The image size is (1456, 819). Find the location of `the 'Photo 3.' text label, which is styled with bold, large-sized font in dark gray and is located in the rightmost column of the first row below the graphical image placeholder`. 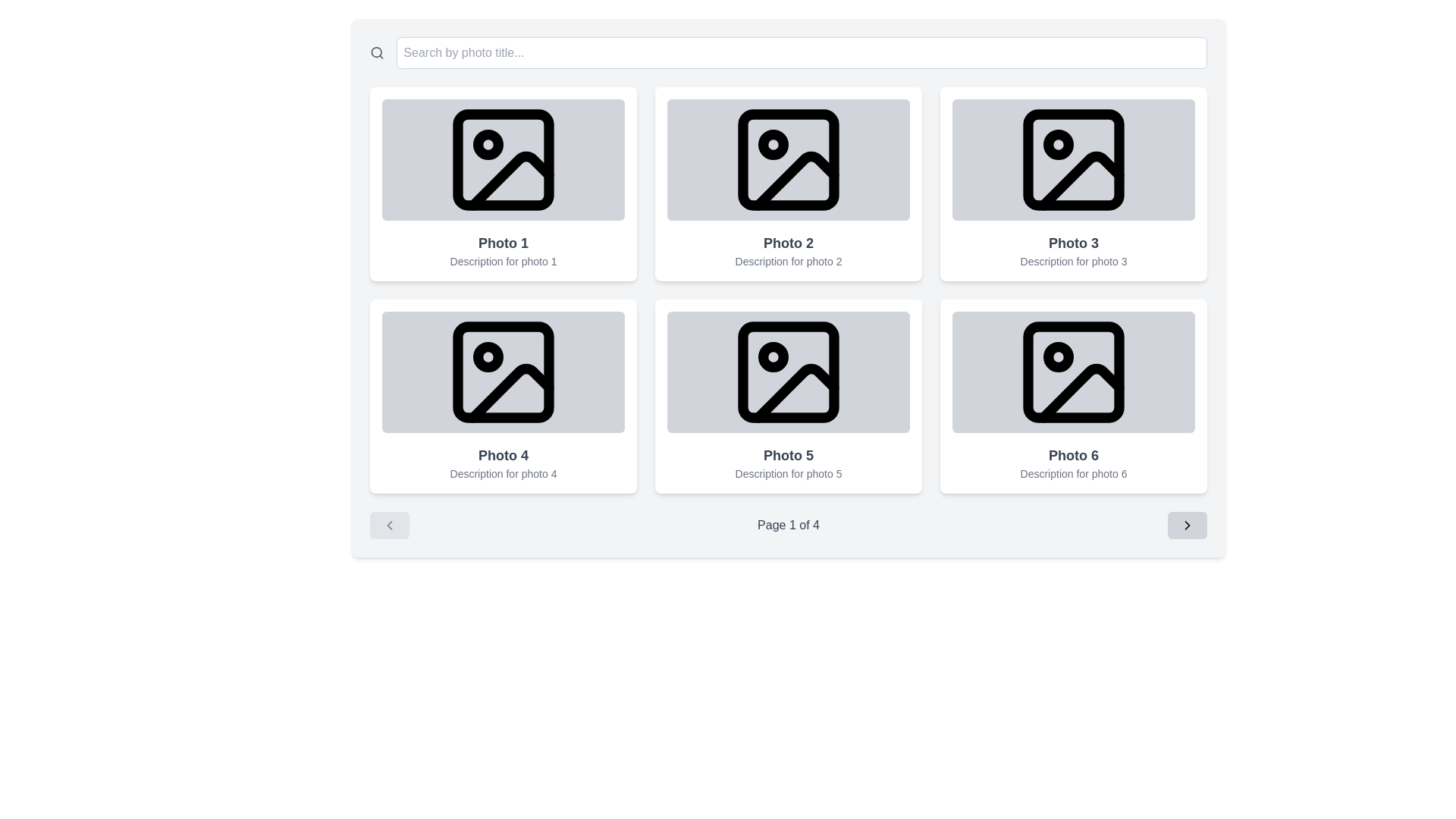

the 'Photo 3.' text label, which is styled with bold, large-sized font in dark gray and is located in the rightmost column of the first row below the graphical image placeholder is located at coordinates (1073, 242).